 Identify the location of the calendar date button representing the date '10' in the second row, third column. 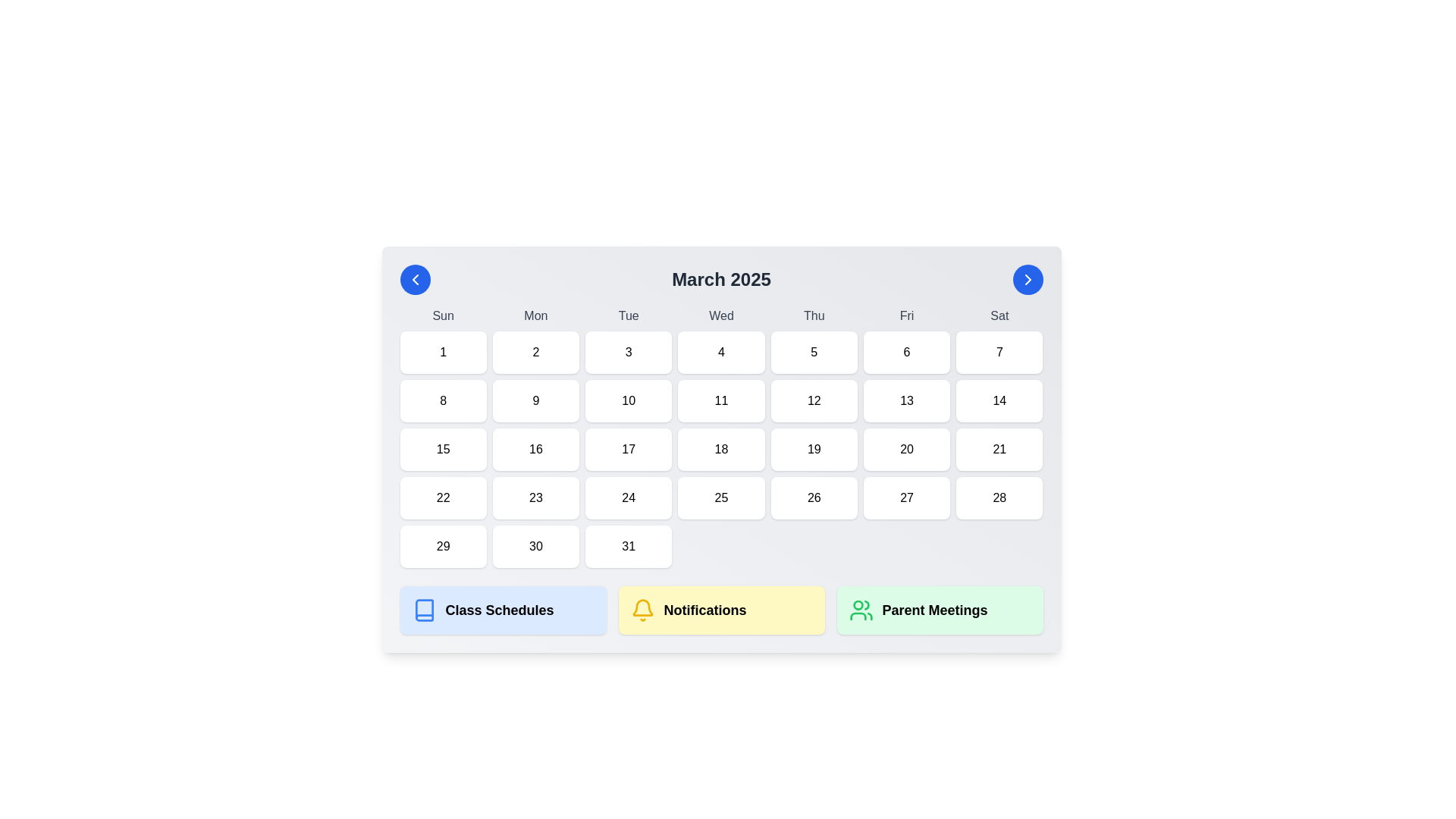
(629, 400).